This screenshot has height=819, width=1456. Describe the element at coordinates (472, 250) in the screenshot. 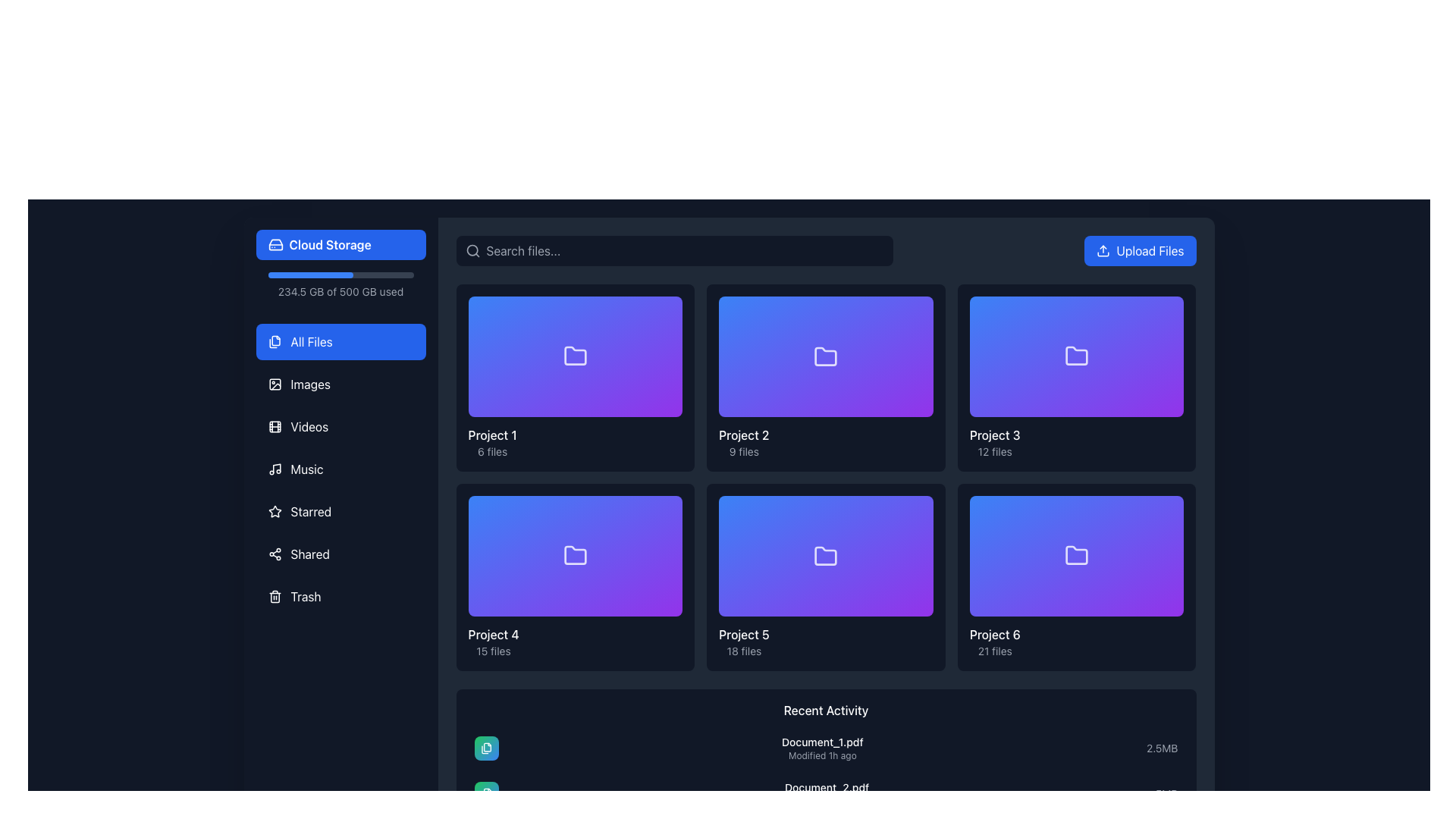

I see `the magnifying glass icon styled in a minimalistic outline format located at the far left side of the search bar input field near the top-center of the interface` at that location.